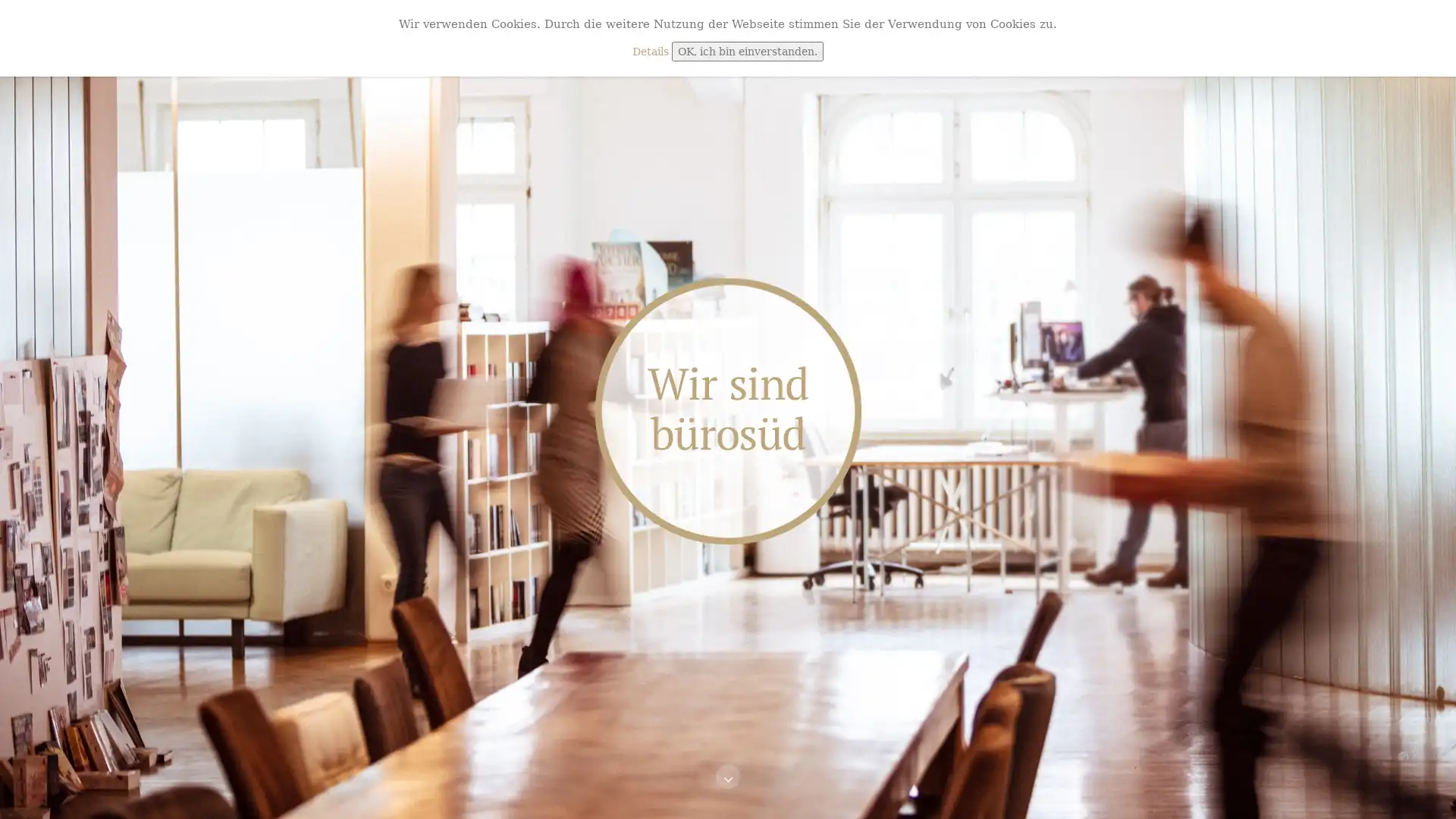  What do you see at coordinates (747, 51) in the screenshot?
I see `OK, ich bin einverstanden.` at bounding box center [747, 51].